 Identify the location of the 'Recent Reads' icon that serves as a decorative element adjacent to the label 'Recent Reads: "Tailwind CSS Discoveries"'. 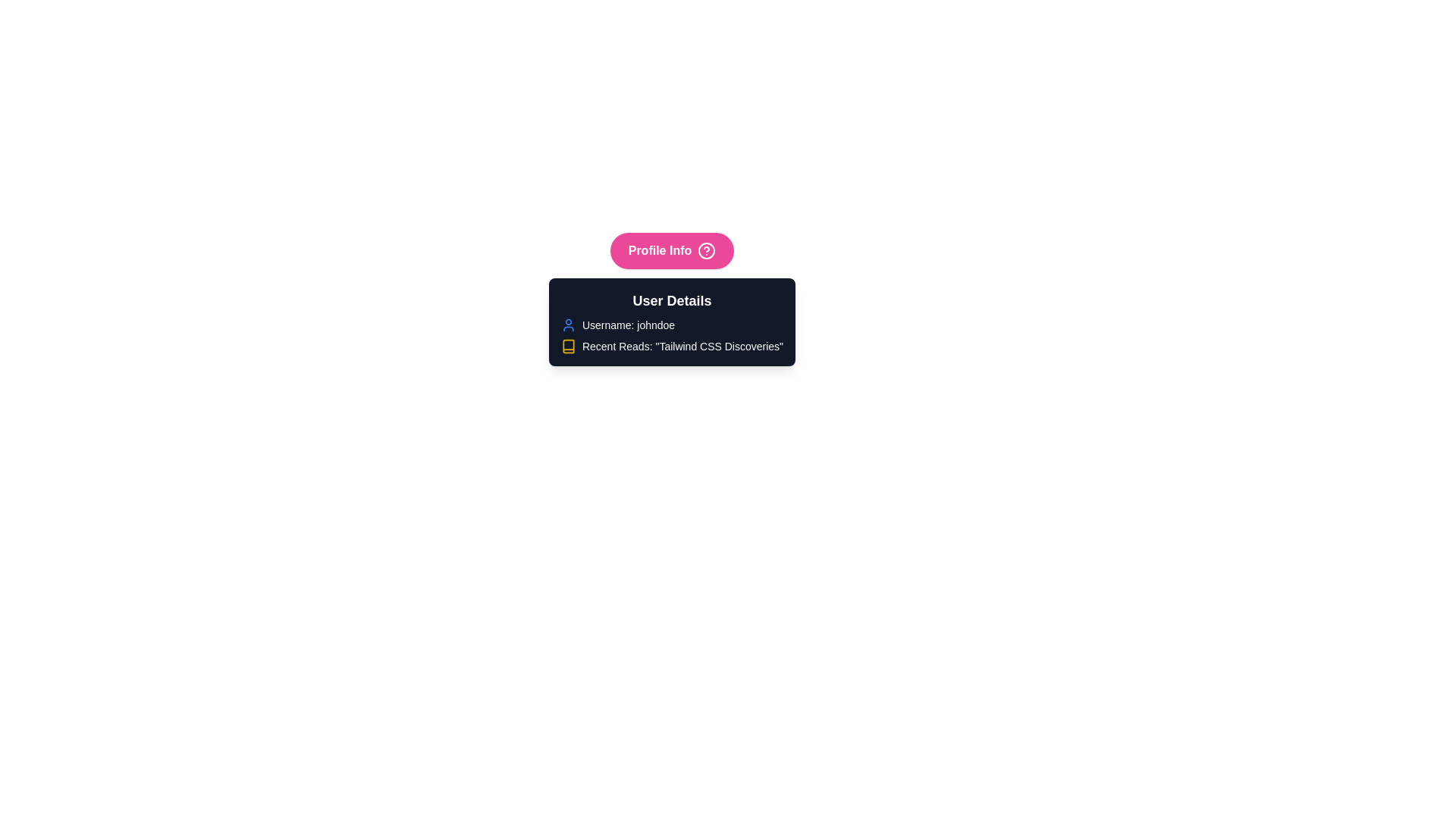
(567, 346).